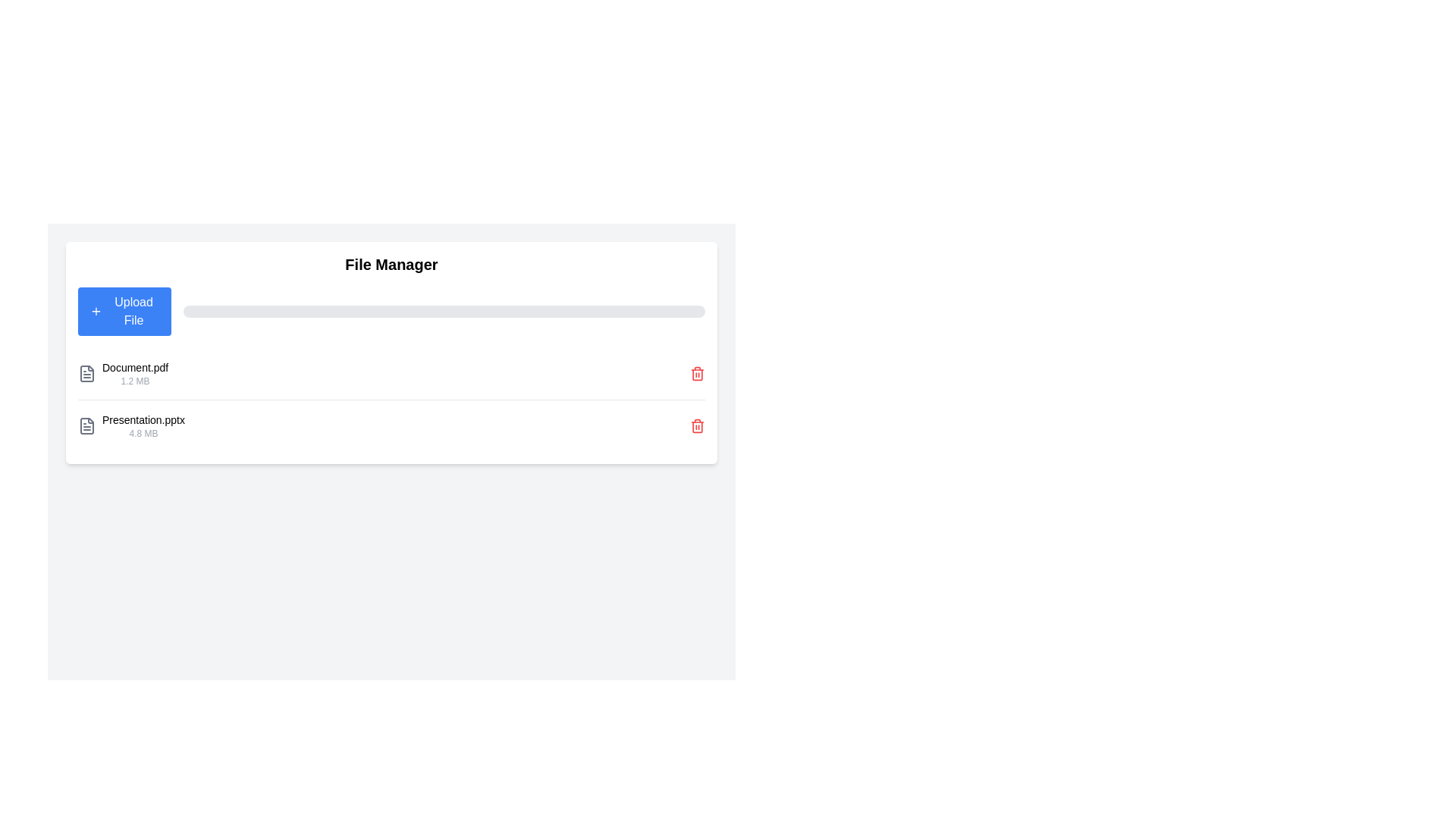  Describe the element at coordinates (123, 374) in the screenshot. I see `the file display component representing the first file entry in the File Manager` at that location.